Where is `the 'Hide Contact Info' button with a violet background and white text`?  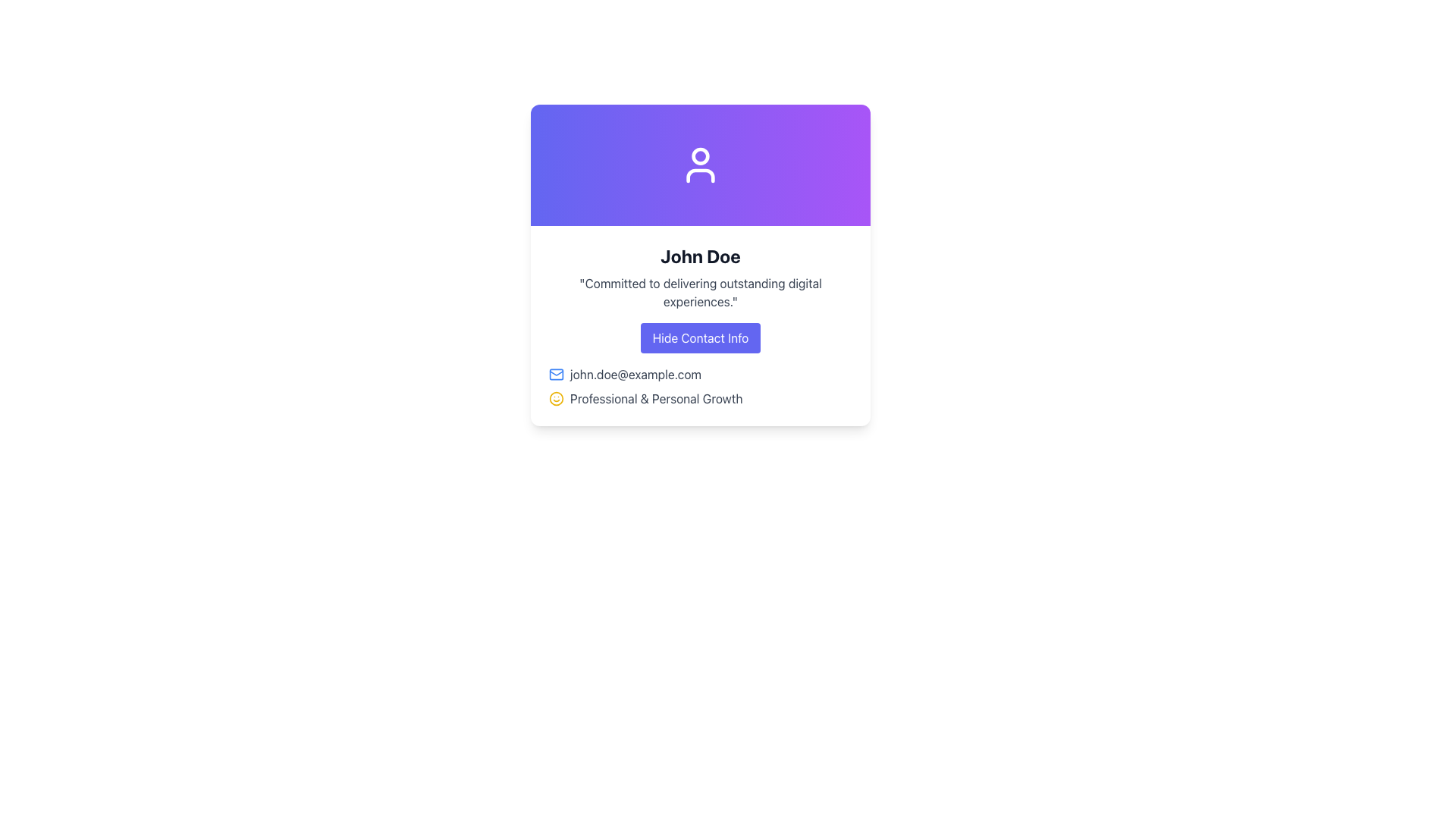
the 'Hide Contact Info' button with a violet background and white text is located at coordinates (699, 337).